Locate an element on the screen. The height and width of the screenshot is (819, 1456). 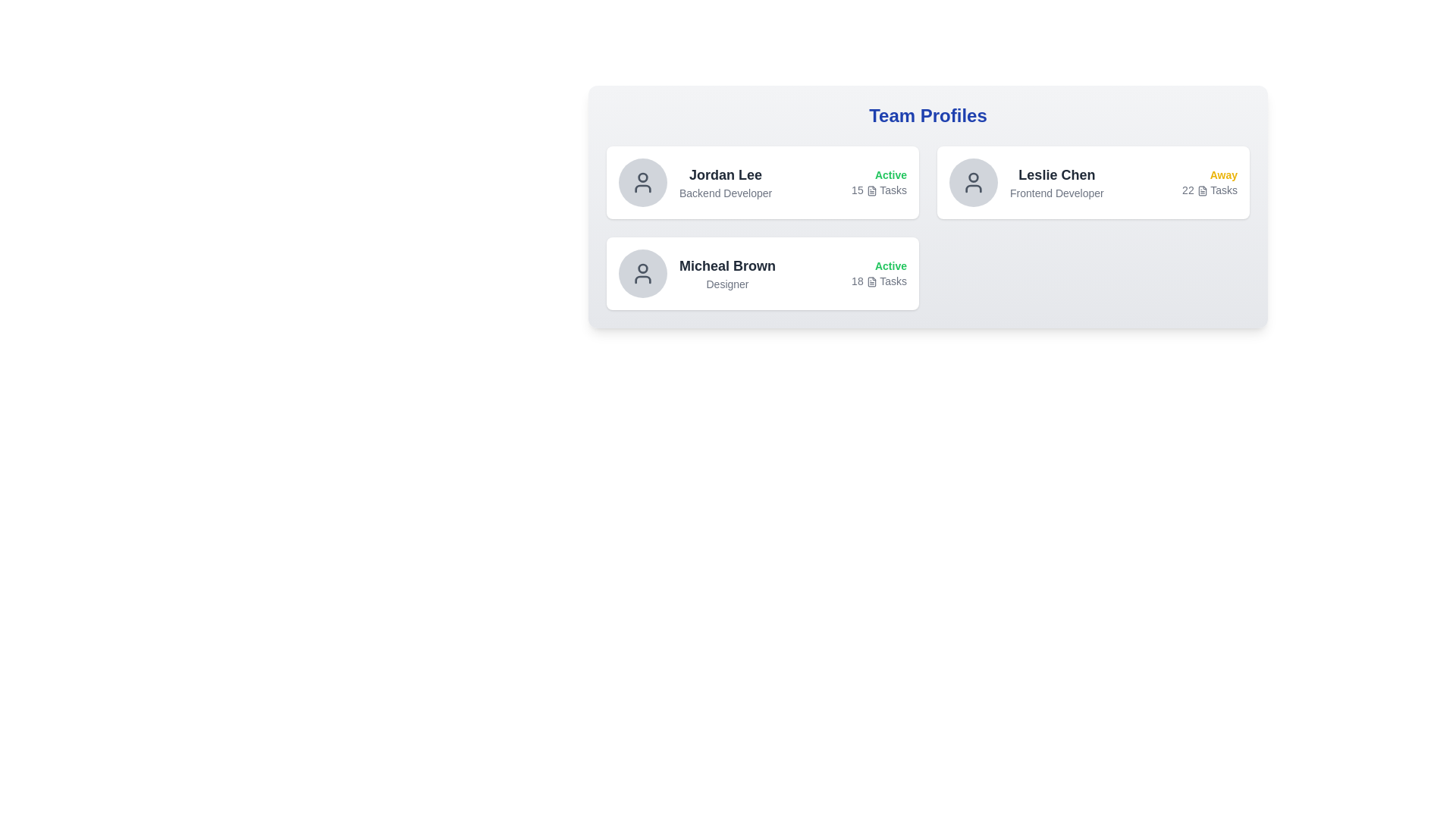
the Profile card located at the top-left of the grid layout is located at coordinates (763, 181).